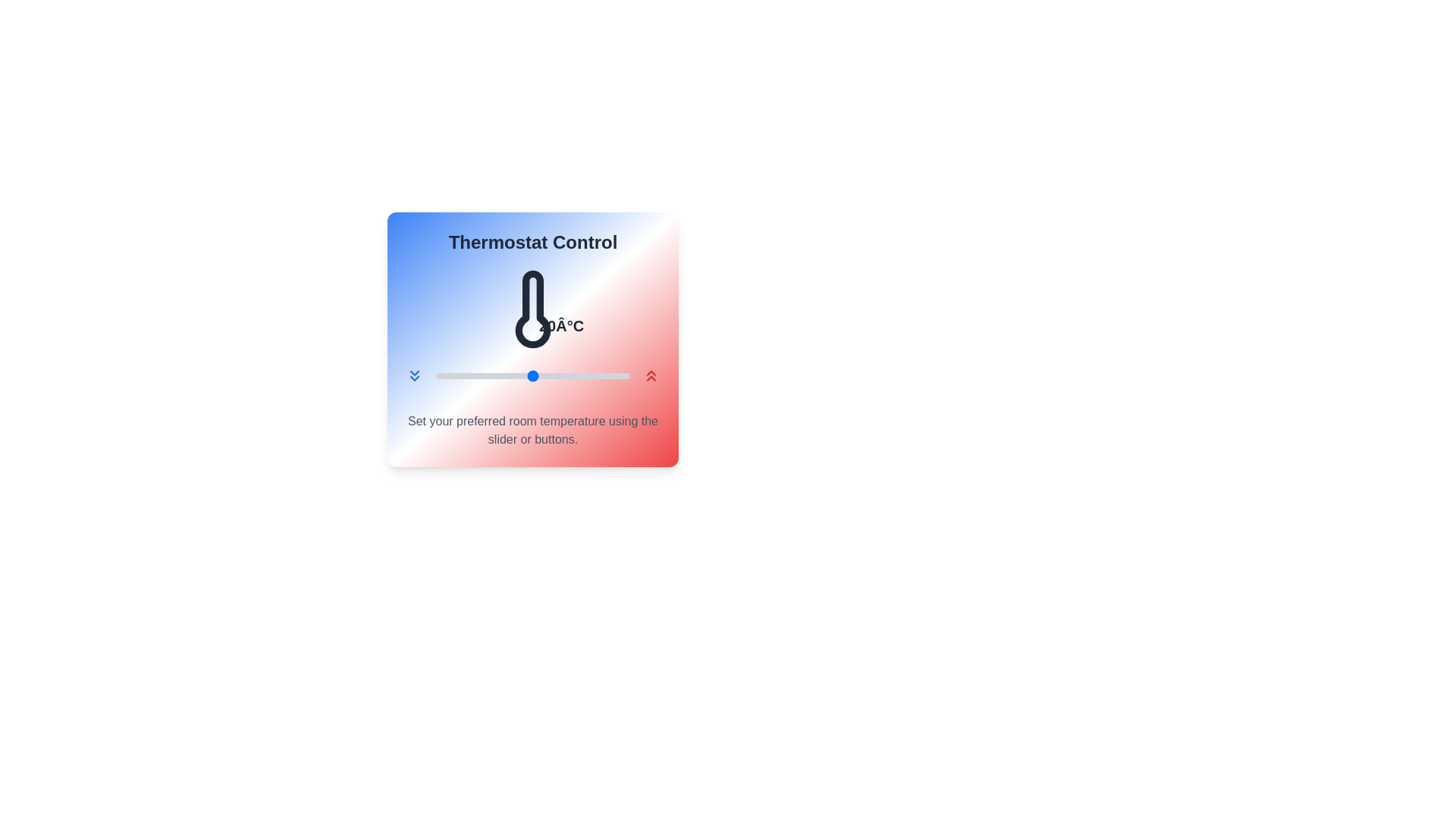  I want to click on the temperature to 10°C using the slider, so click(435, 375).